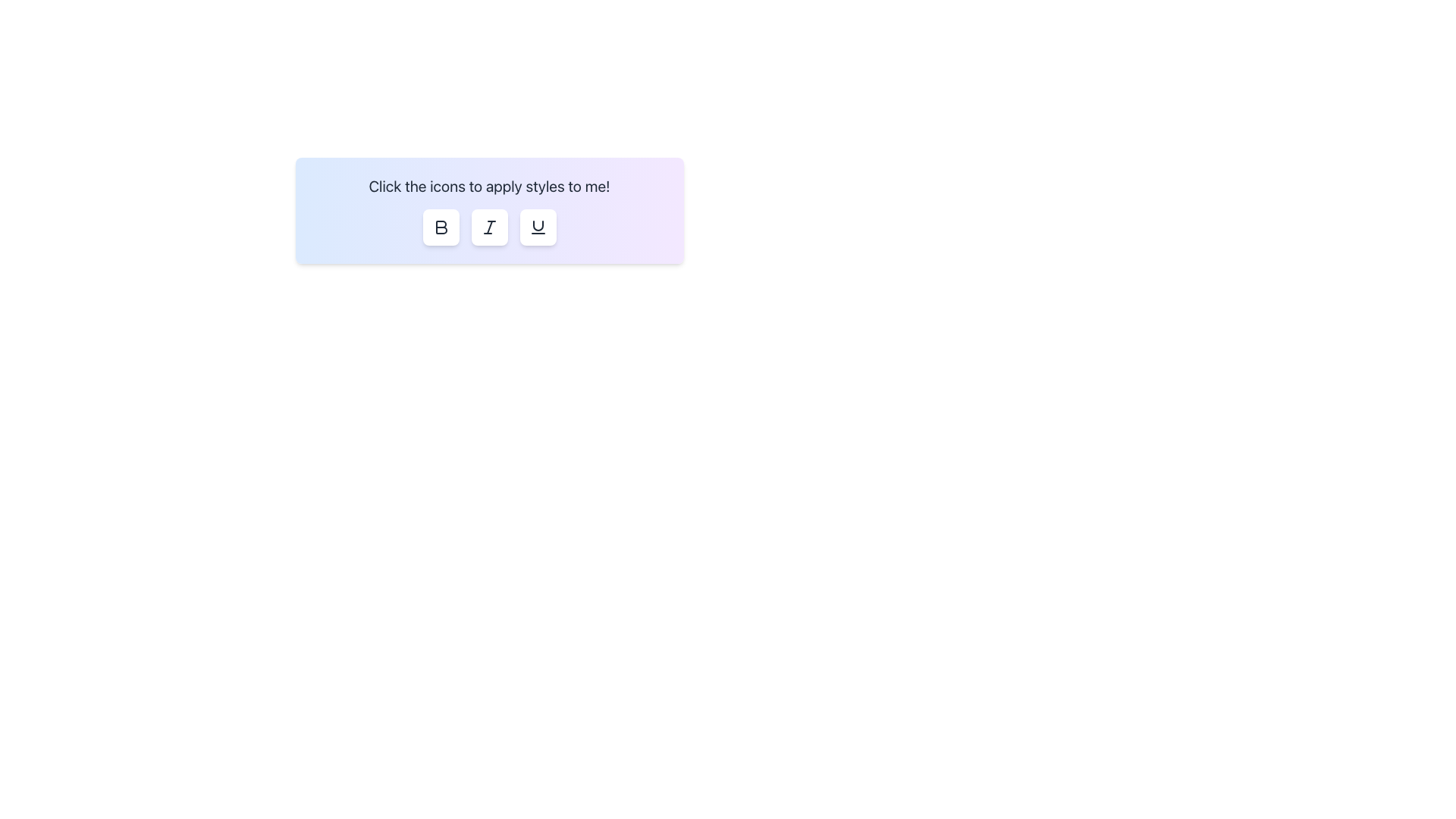  I want to click on the italic icon button, which is the second among three icons in a horizontally aligned card, so click(489, 227).